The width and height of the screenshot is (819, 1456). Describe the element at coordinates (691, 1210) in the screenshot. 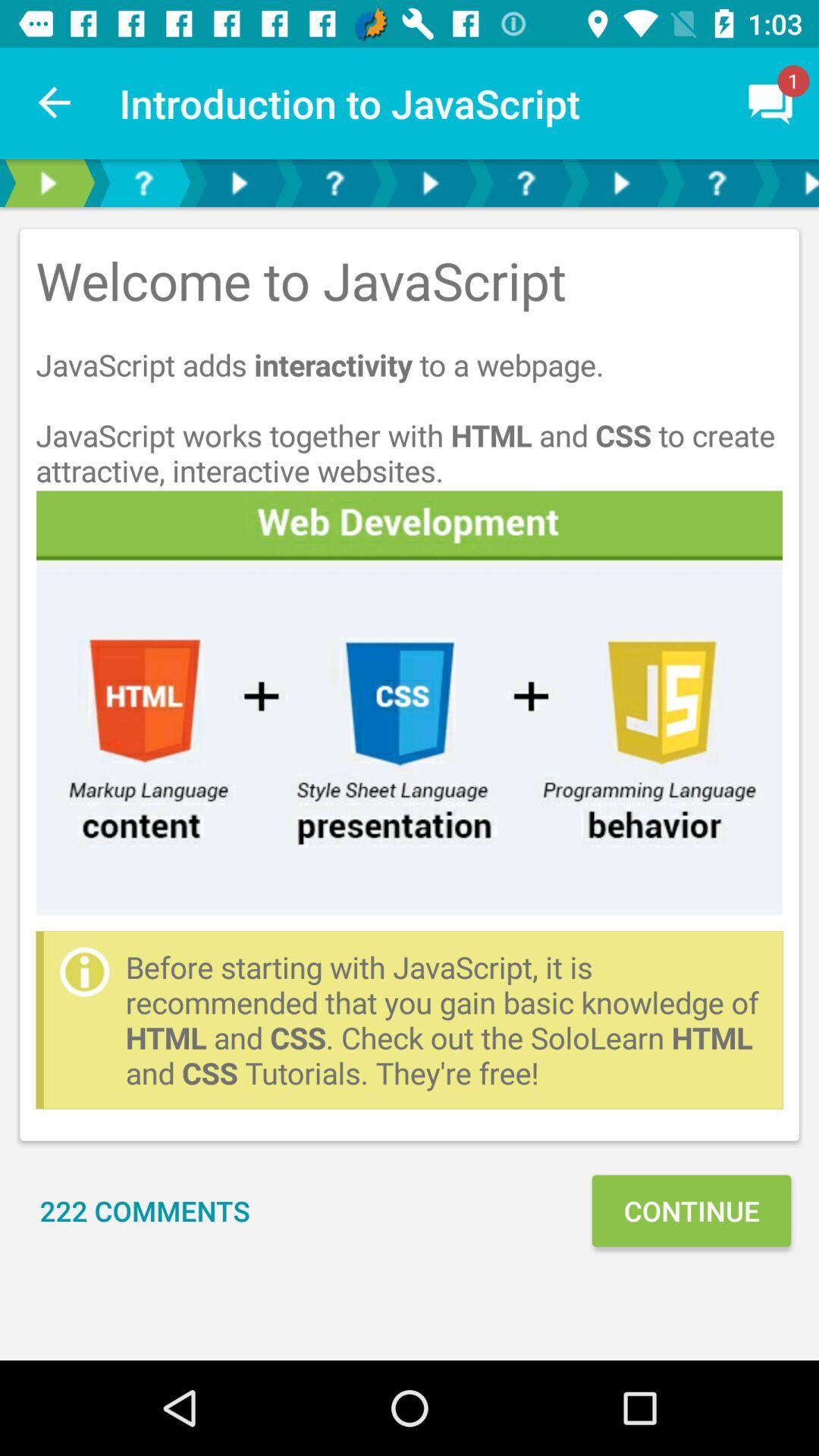

I see `the item to the right of the 222 comments` at that location.